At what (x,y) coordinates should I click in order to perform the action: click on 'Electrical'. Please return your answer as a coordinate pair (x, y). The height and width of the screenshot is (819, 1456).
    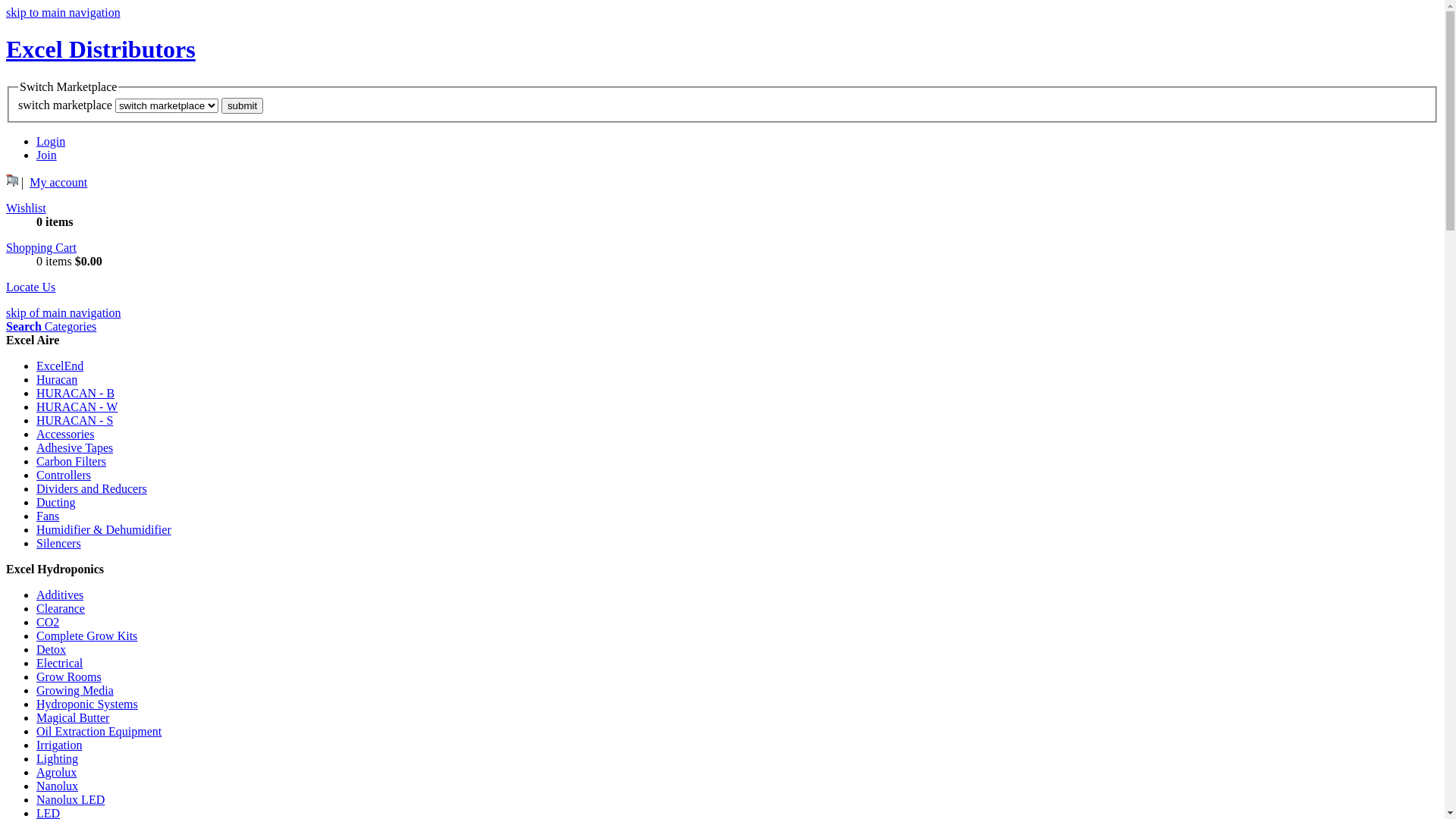
    Looking at the image, I should click on (36, 662).